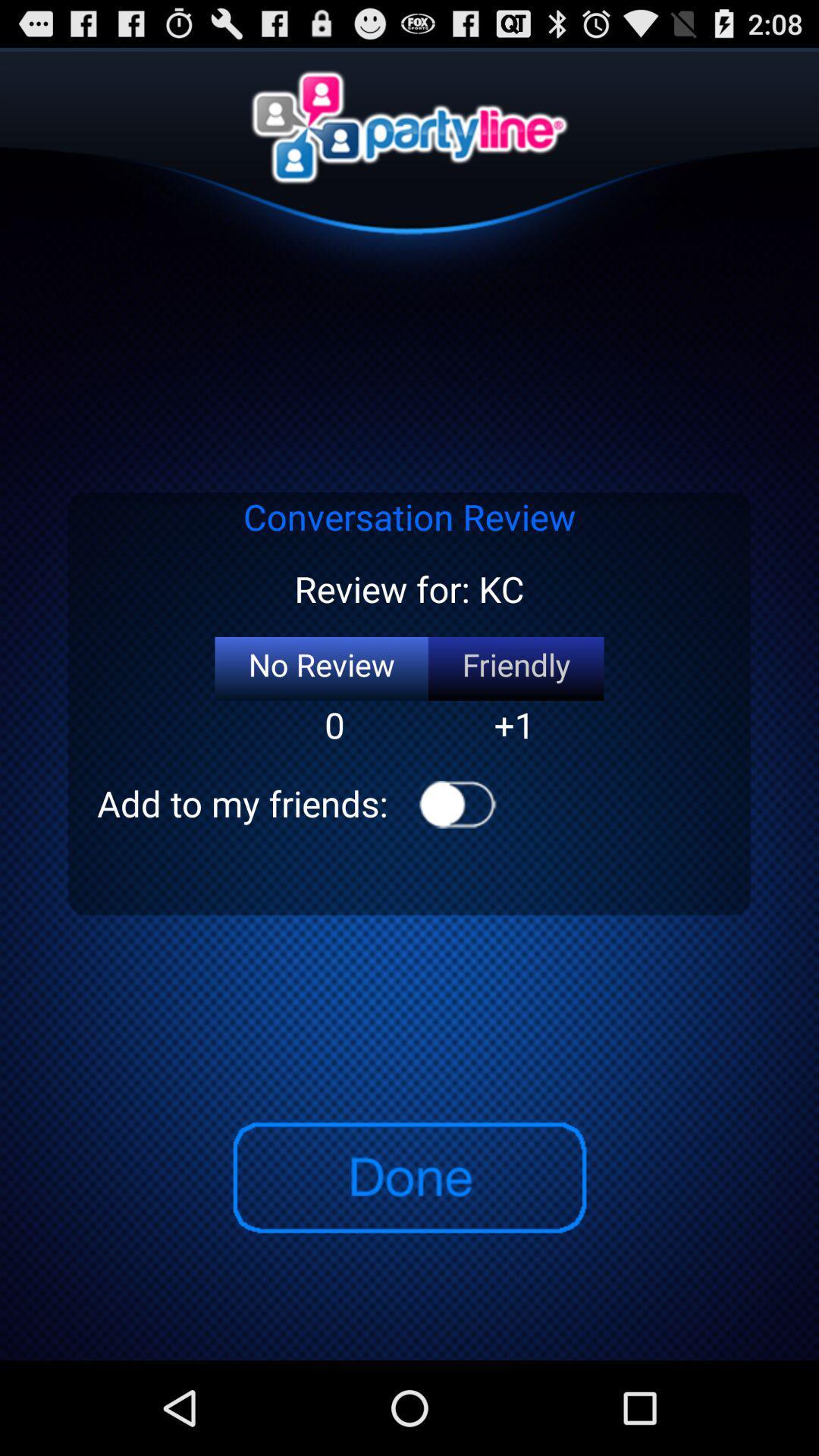  I want to click on the app to the right of add to my, so click(457, 804).